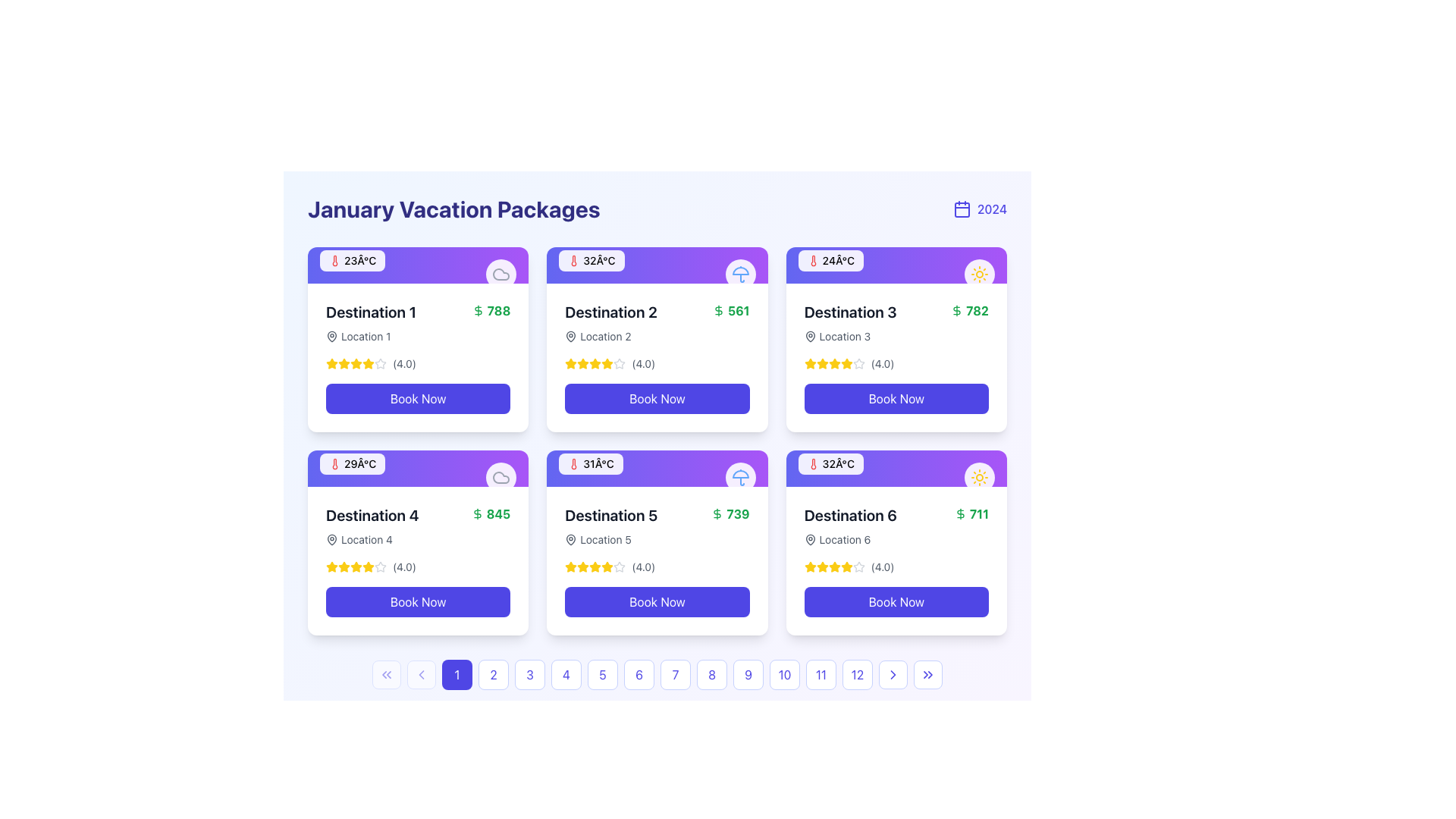  I want to click on the pagination button styled as a square with rounded corners, featuring a white background and a blue double-chevron leftward arrow icon, located at the far left of the pagination controls, so click(386, 674).